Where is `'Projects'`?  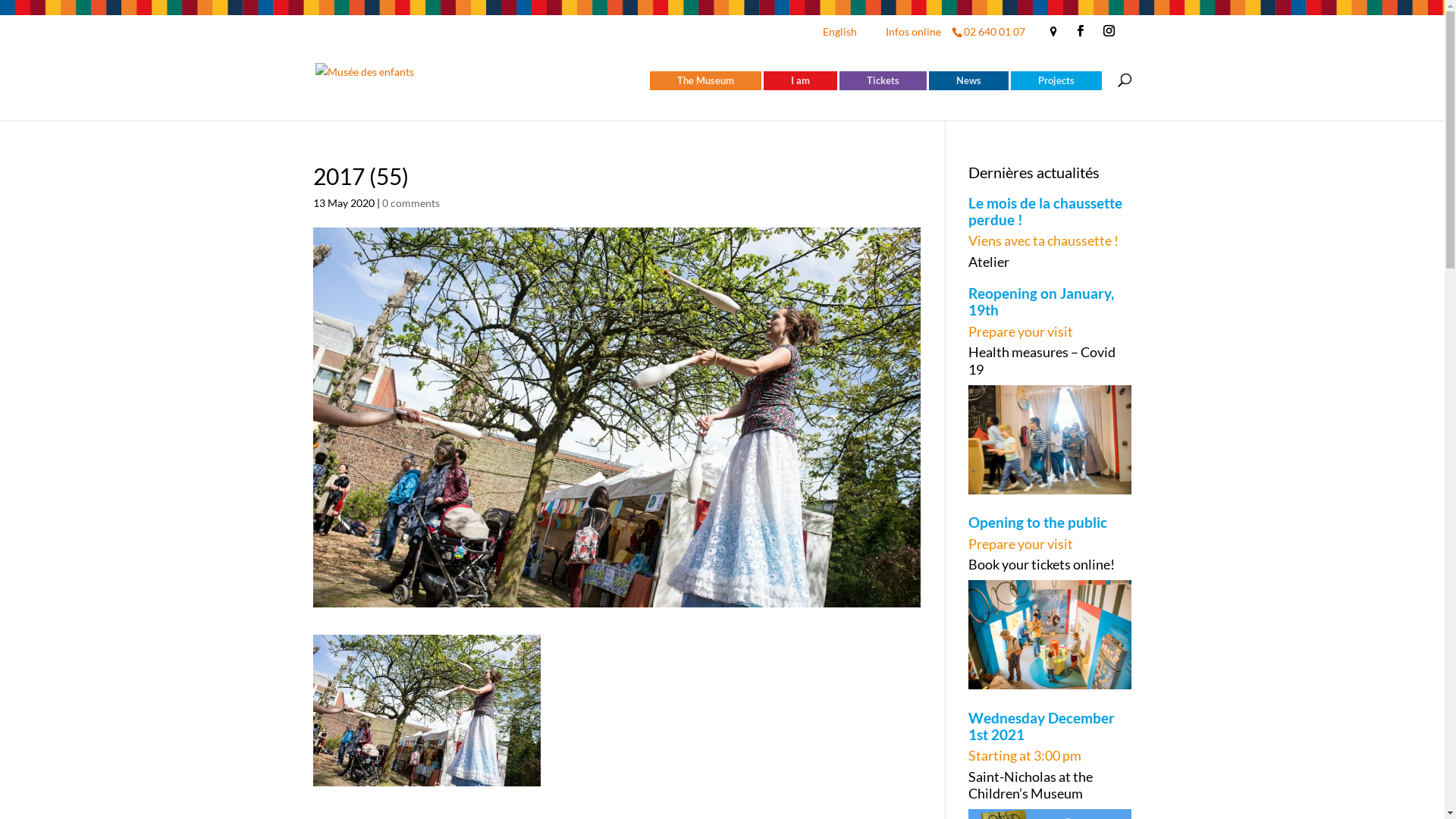
'Projects' is located at coordinates (1055, 80).